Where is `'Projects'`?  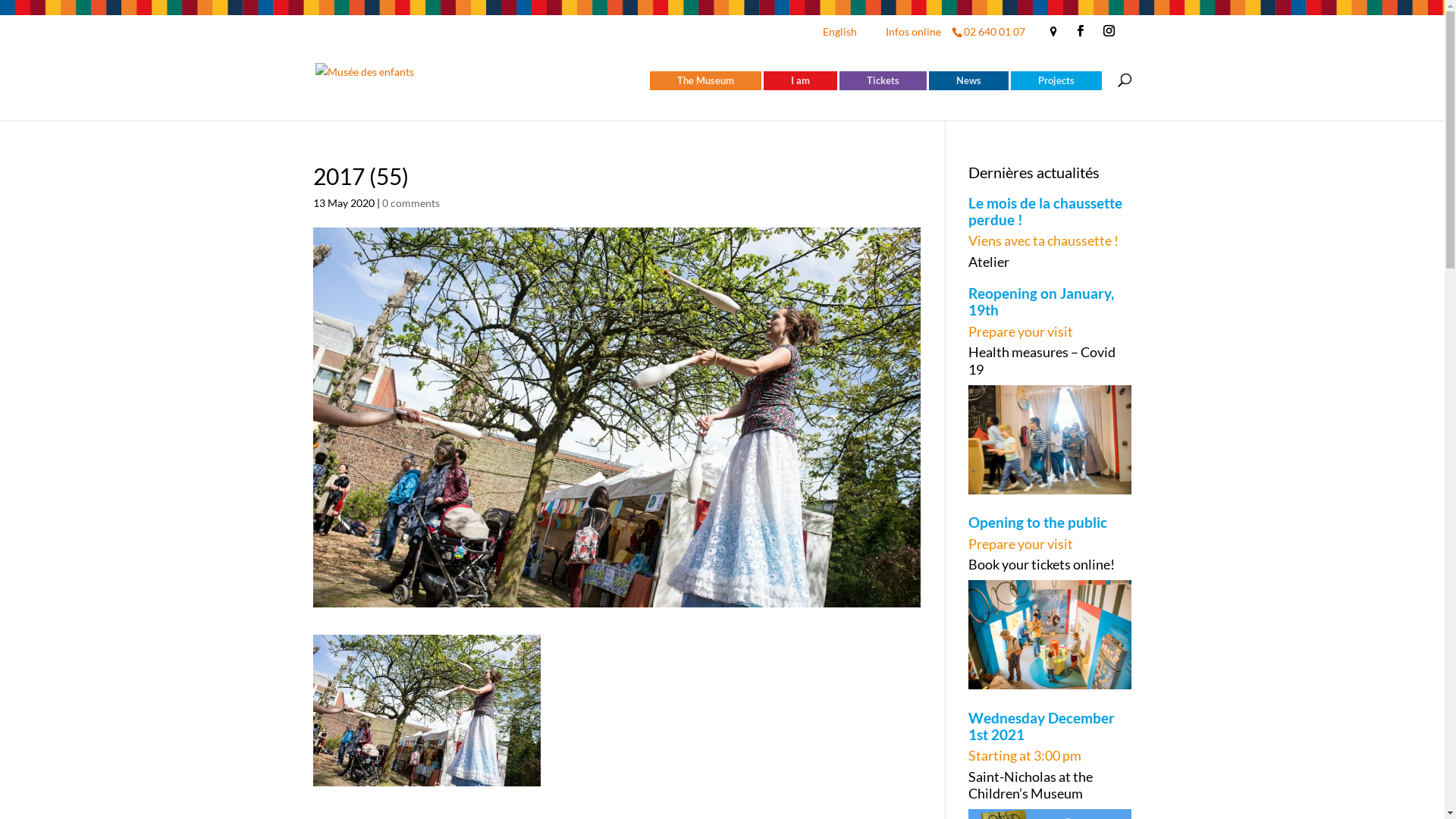
'Projects' is located at coordinates (1055, 80).